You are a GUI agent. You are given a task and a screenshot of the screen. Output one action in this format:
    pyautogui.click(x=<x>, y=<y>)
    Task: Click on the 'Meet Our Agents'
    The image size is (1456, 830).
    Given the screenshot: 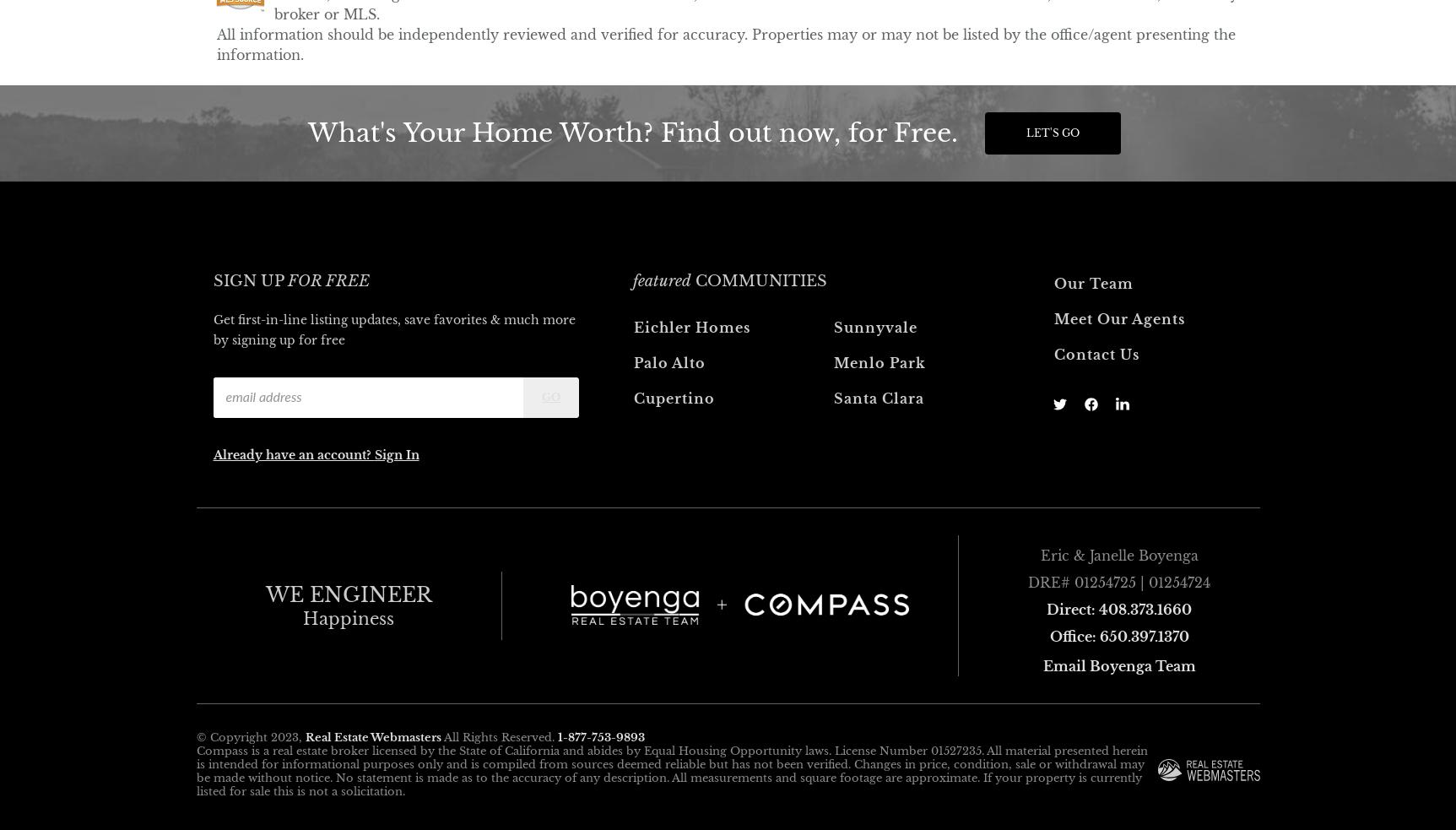 What is the action you would take?
    pyautogui.click(x=1118, y=317)
    